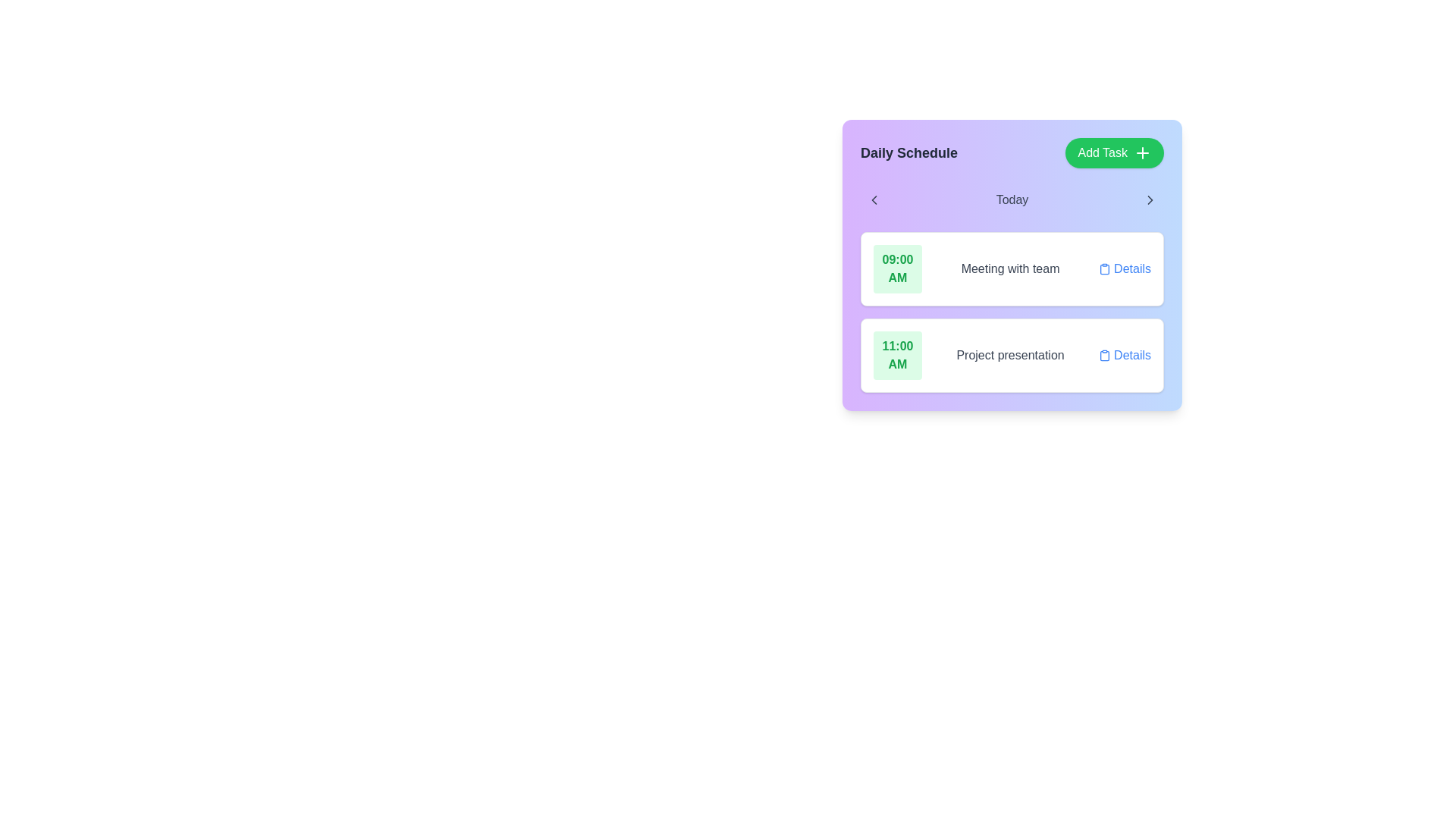 Image resolution: width=1456 pixels, height=819 pixels. I want to click on the Chevron button located at the far right of the navigation bar, so click(1150, 199).